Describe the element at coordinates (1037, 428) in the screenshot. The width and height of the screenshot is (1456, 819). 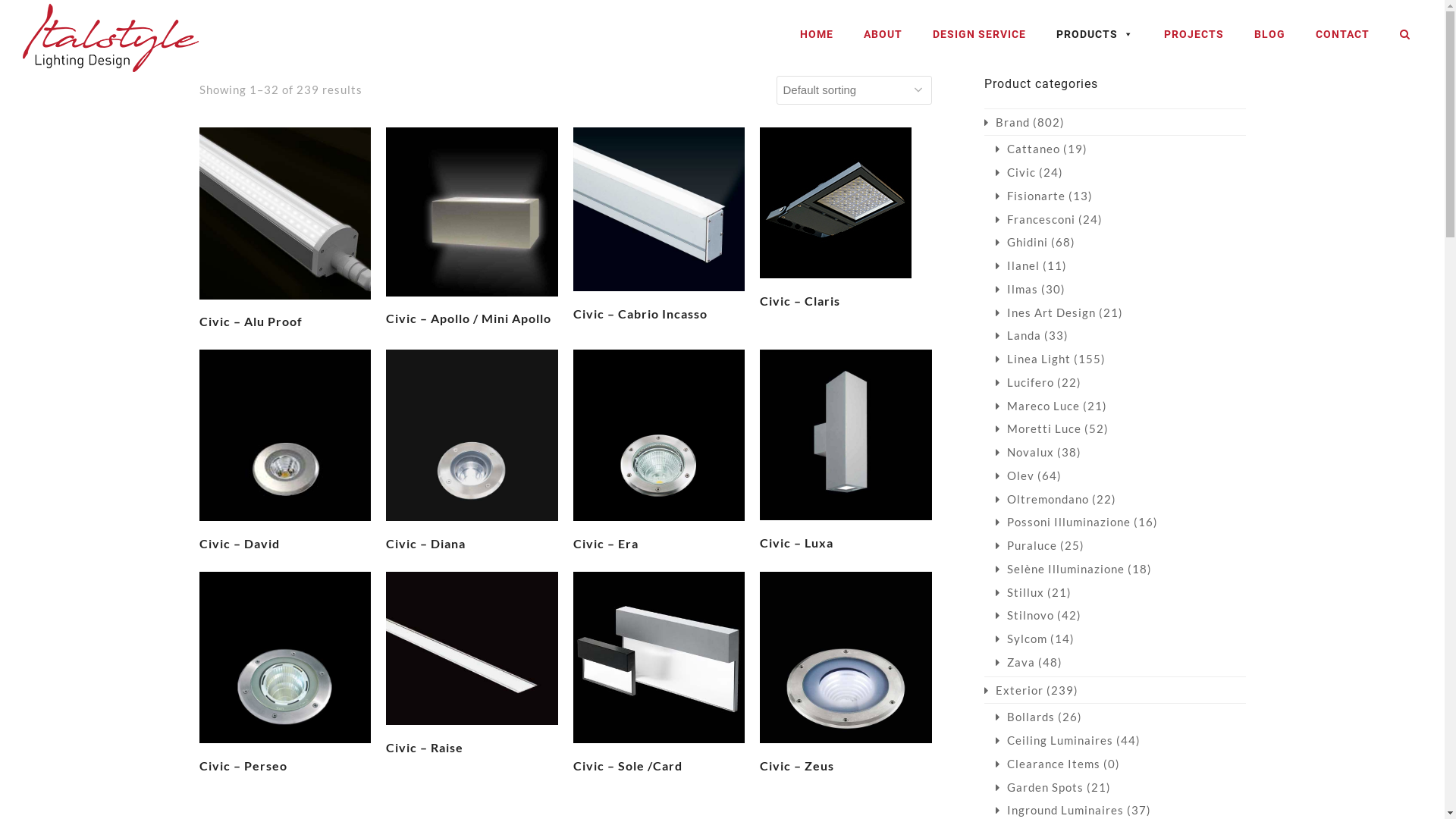
I see `'Moretti Luce'` at that location.